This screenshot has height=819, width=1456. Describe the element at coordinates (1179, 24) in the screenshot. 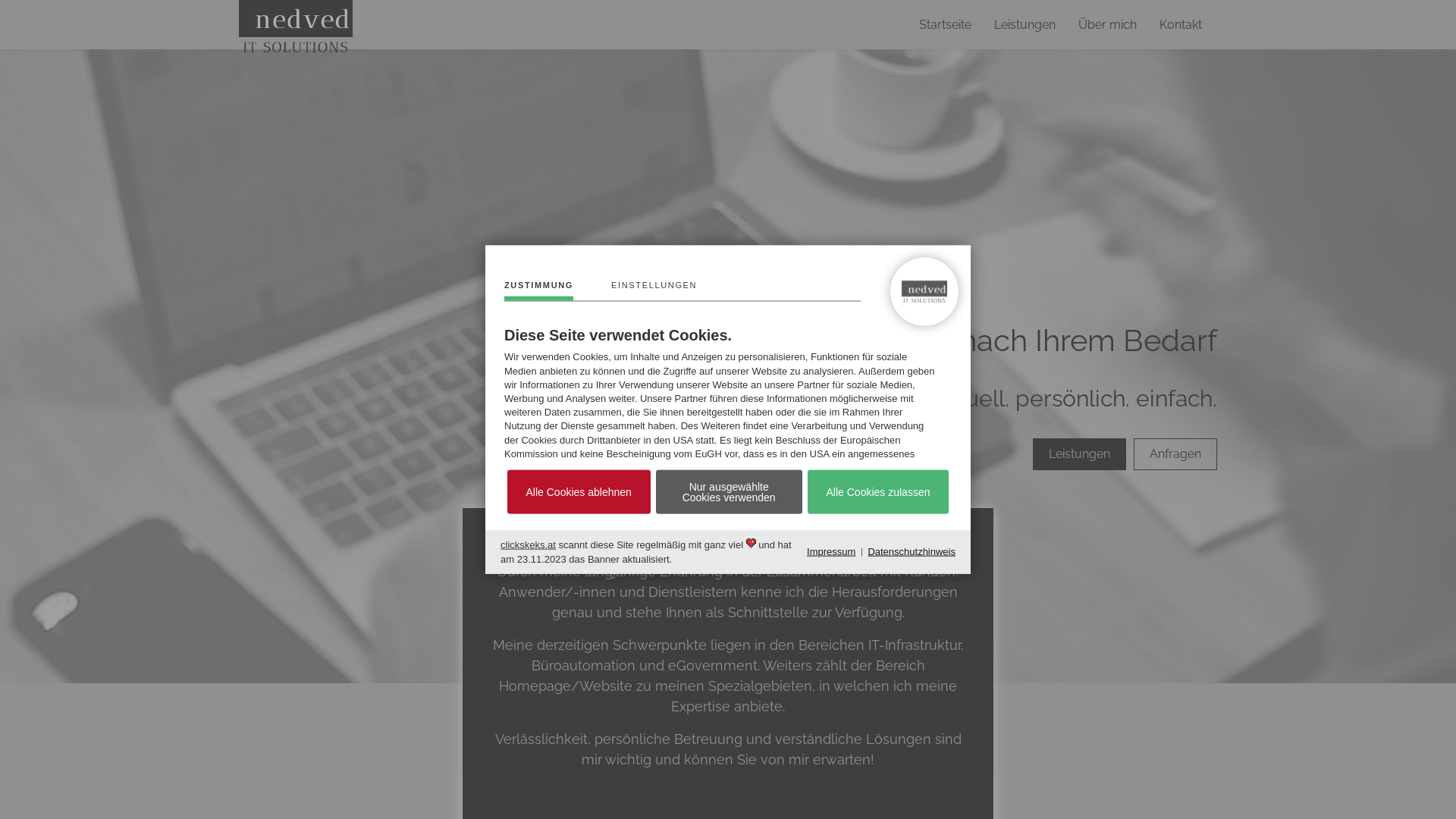

I see `'Kontakt'` at that location.